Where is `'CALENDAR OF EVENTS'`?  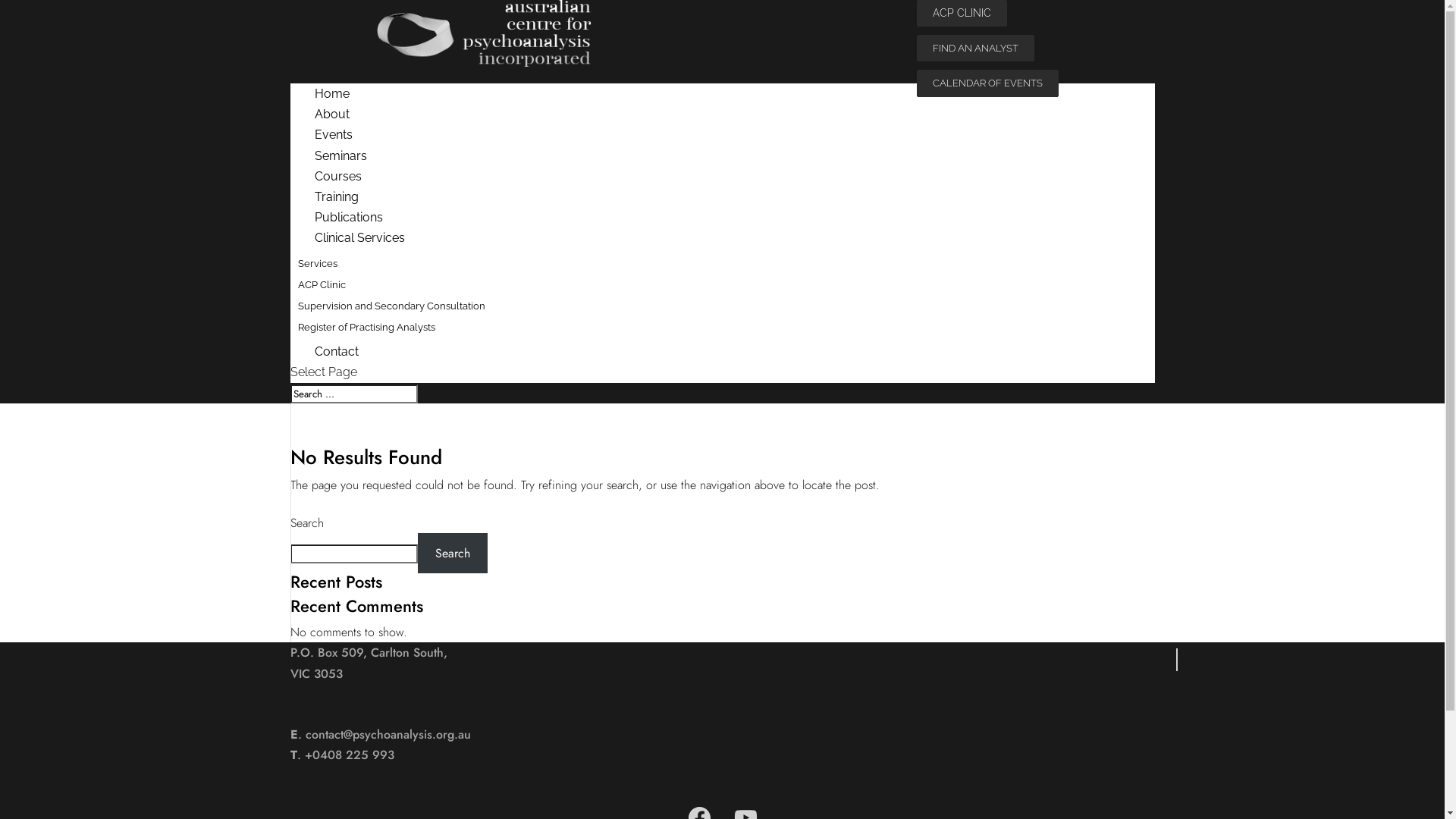
'CALENDAR OF EVENTS' is located at coordinates (987, 83).